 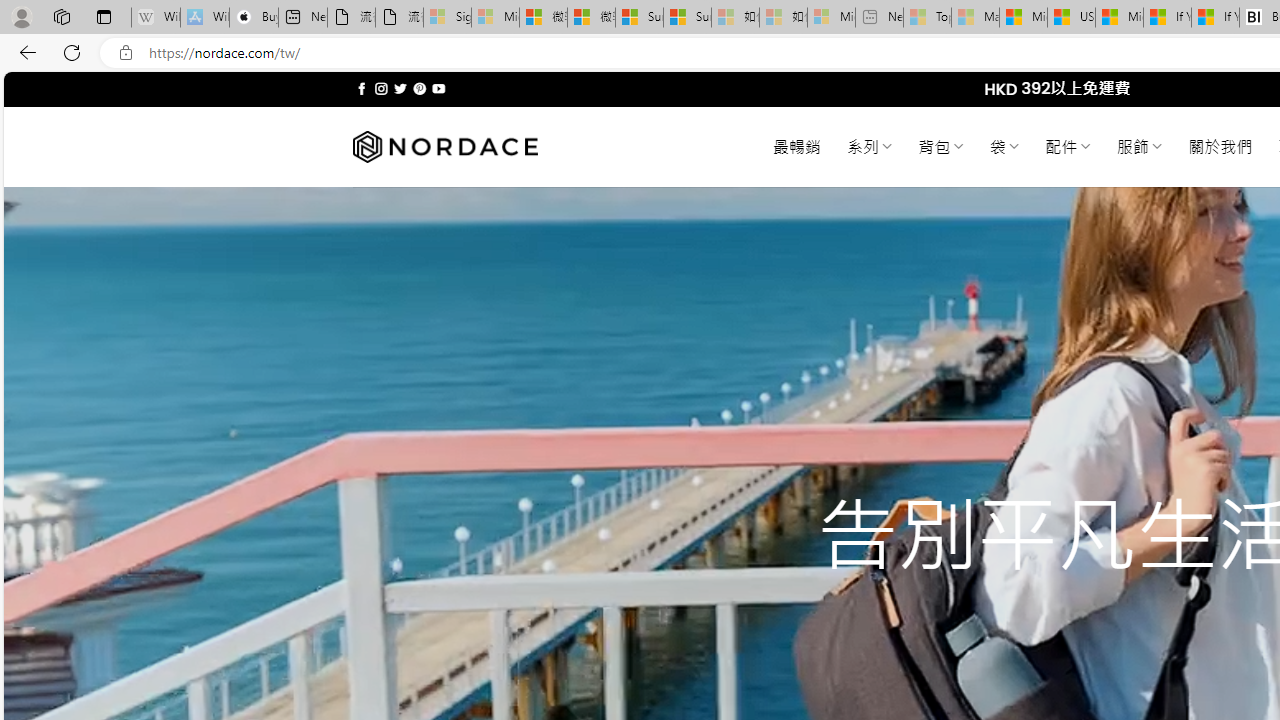 What do you see at coordinates (72, 51) in the screenshot?
I see `'Refresh'` at bounding box center [72, 51].